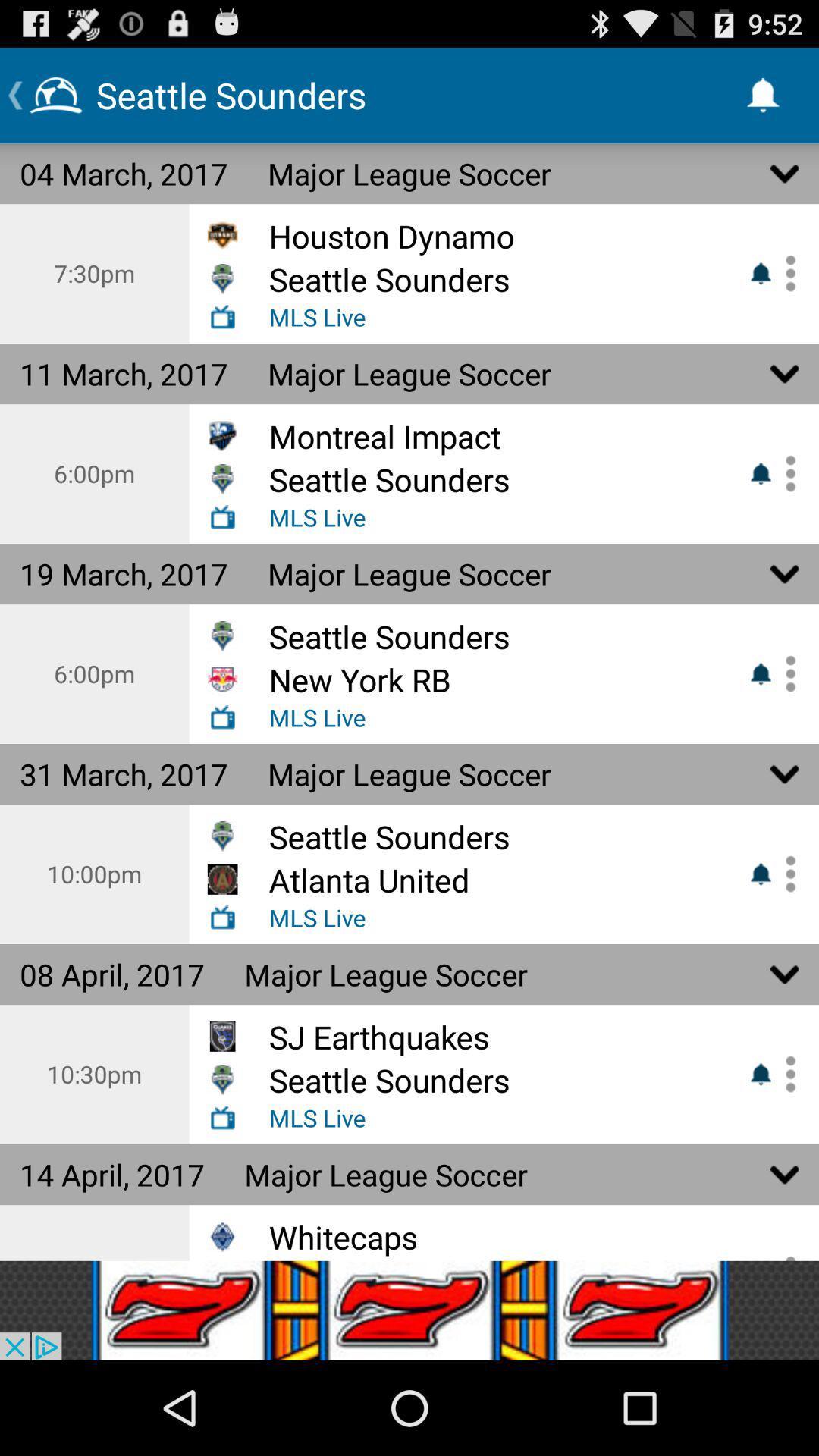  What do you see at coordinates (785, 1073) in the screenshot?
I see `show options about mls game` at bounding box center [785, 1073].